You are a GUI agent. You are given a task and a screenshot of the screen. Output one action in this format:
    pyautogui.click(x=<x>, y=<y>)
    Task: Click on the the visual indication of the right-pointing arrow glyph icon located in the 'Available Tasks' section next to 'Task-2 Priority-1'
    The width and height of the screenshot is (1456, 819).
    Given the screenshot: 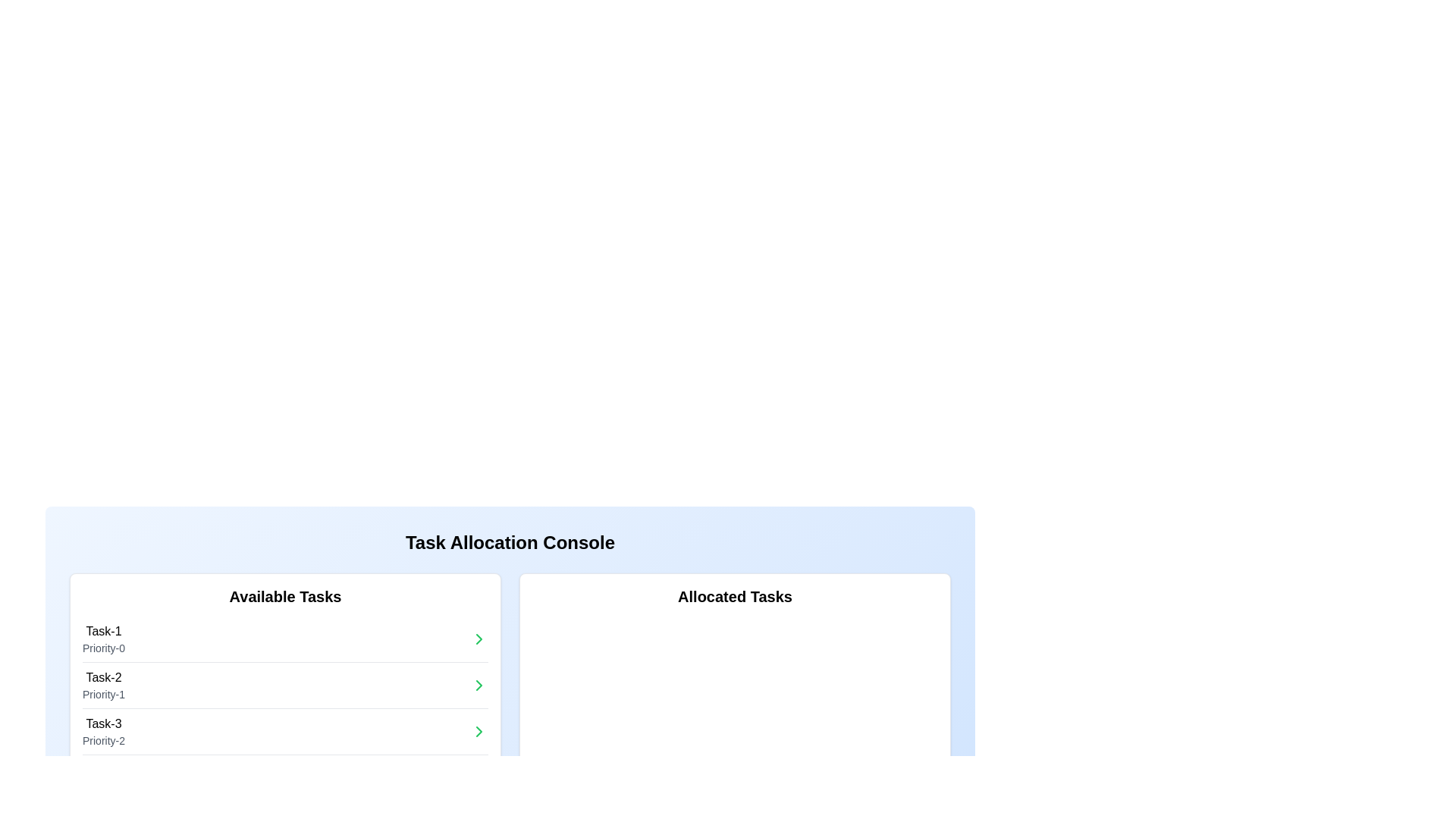 What is the action you would take?
    pyautogui.click(x=479, y=685)
    